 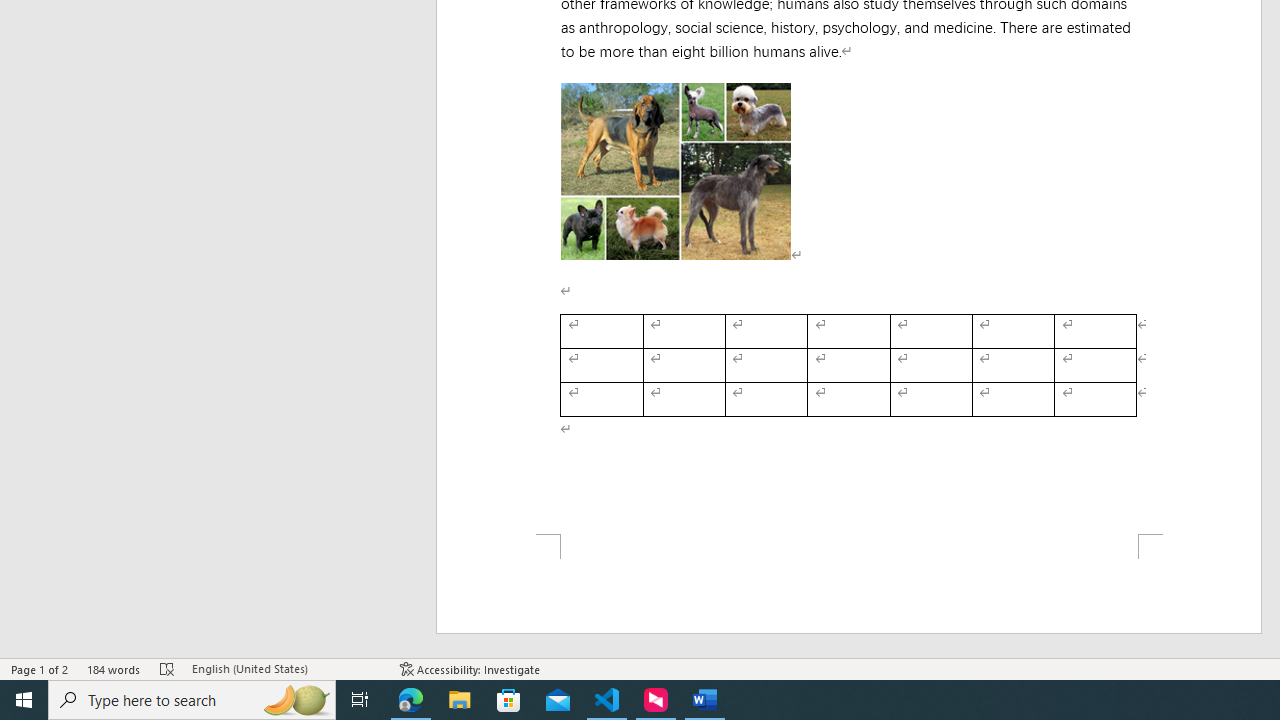 I want to click on 'Word - 1 running window', so click(x=705, y=698).